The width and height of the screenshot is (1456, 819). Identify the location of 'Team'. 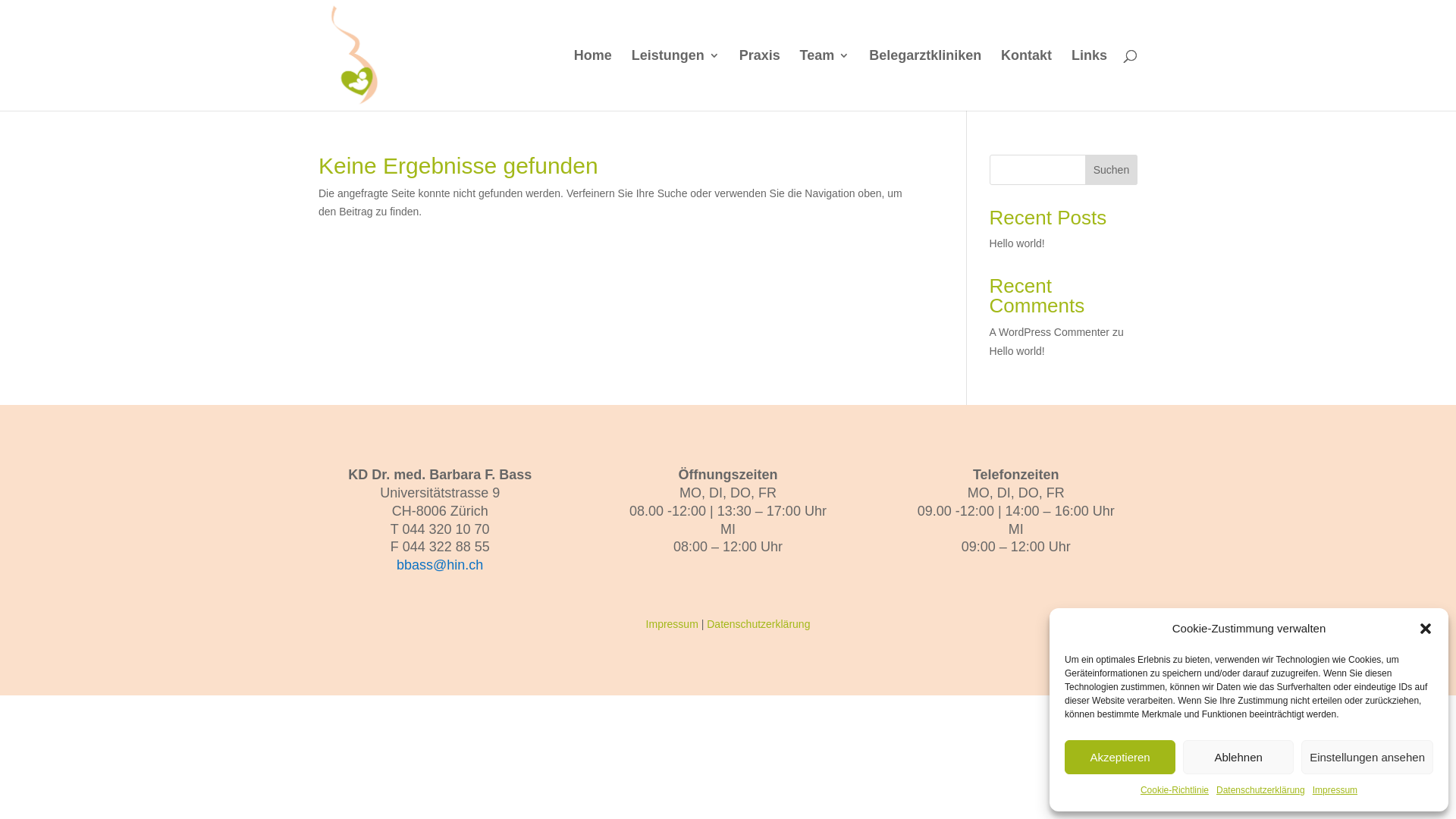
(799, 80).